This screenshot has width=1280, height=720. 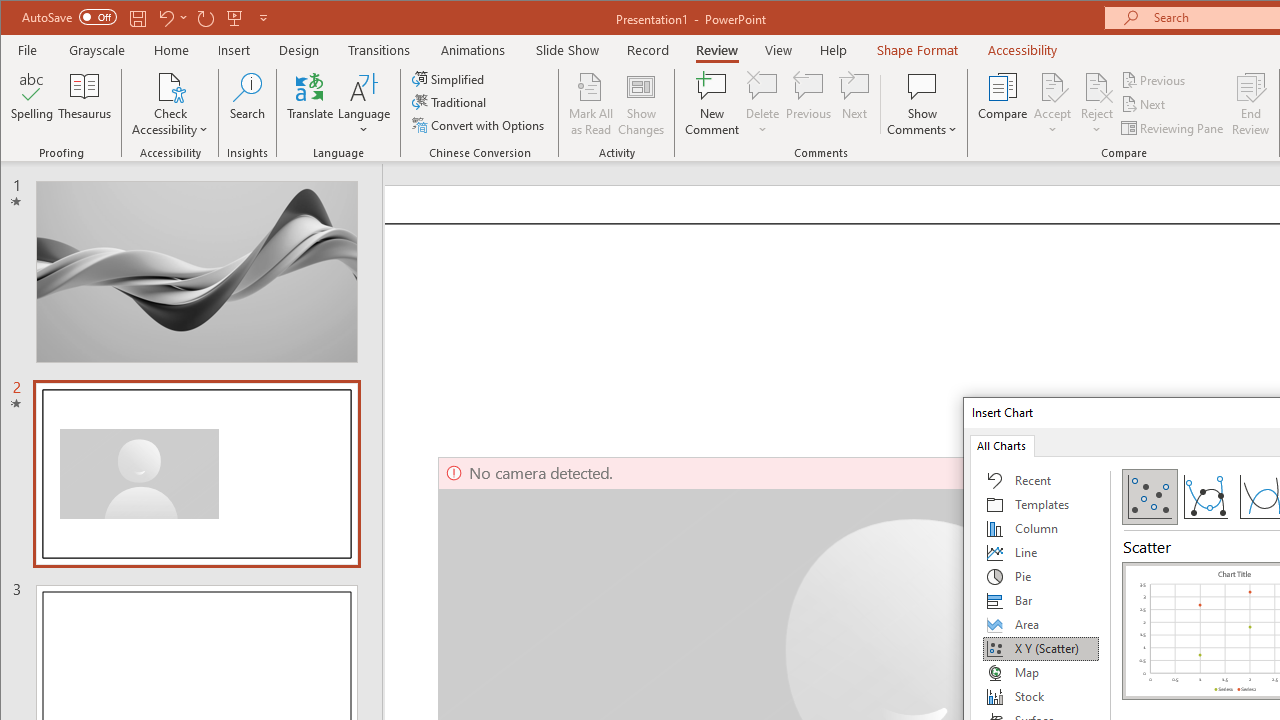 What do you see at coordinates (1040, 552) in the screenshot?
I see `'Line'` at bounding box center [1040, 552].